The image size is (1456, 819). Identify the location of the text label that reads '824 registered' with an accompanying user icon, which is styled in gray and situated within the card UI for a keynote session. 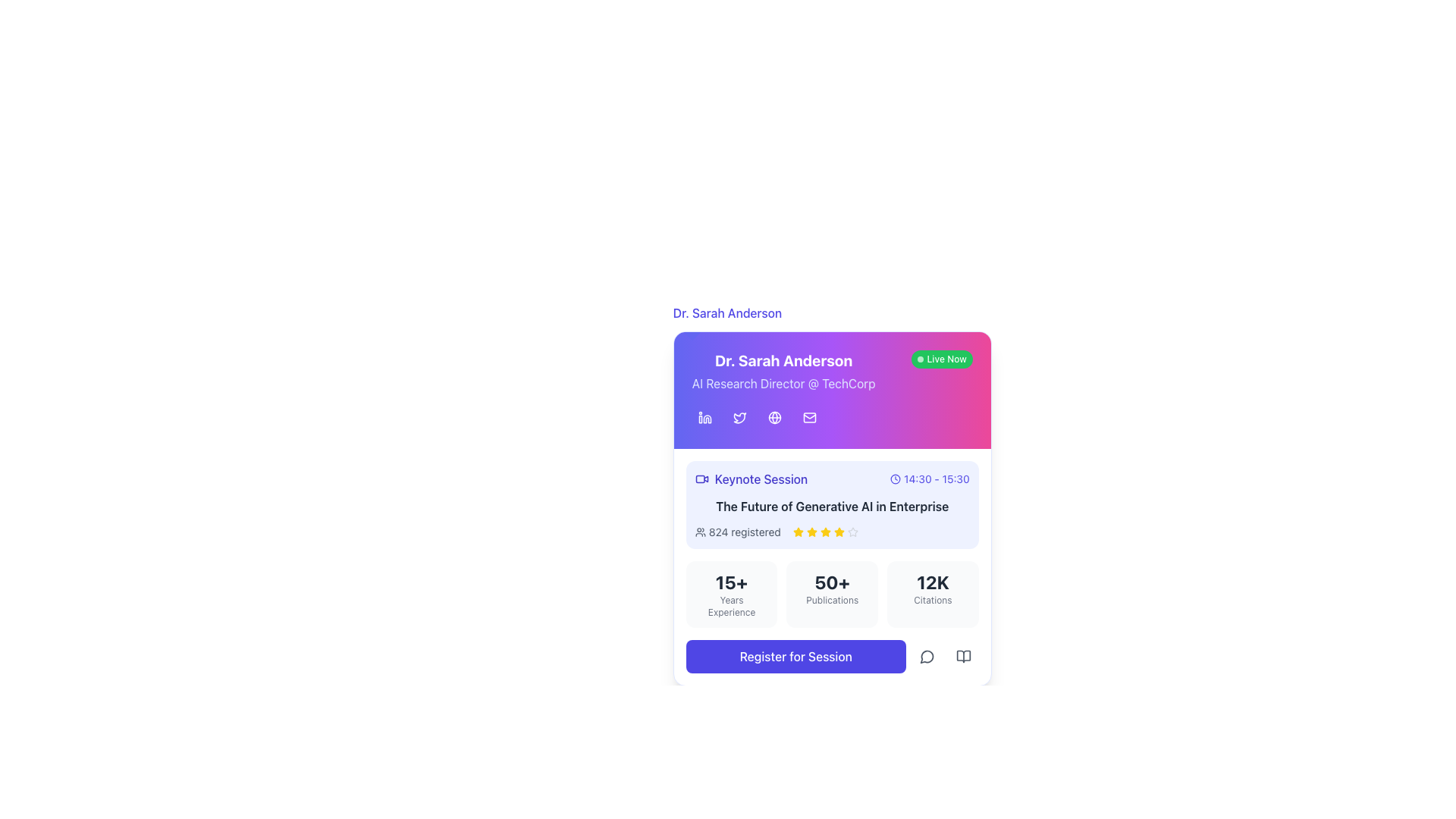
(738, 532).